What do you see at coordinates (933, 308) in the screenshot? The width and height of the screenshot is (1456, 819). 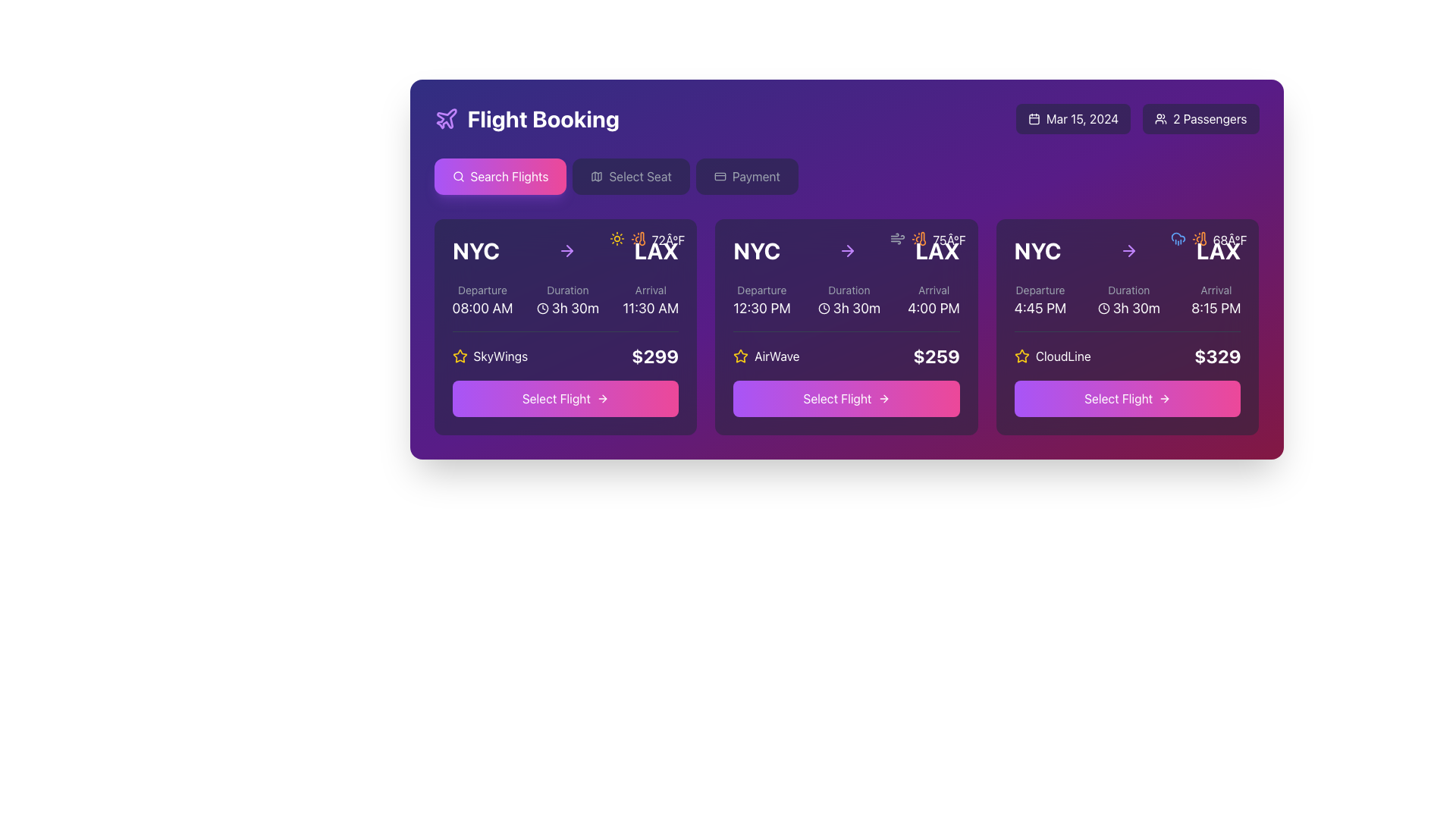 I see `the text displaying the scheduled arrival time of the flight, positioned under the label 'Arrival' in the lower part of the flight details card` at bounding box center [933, 308].